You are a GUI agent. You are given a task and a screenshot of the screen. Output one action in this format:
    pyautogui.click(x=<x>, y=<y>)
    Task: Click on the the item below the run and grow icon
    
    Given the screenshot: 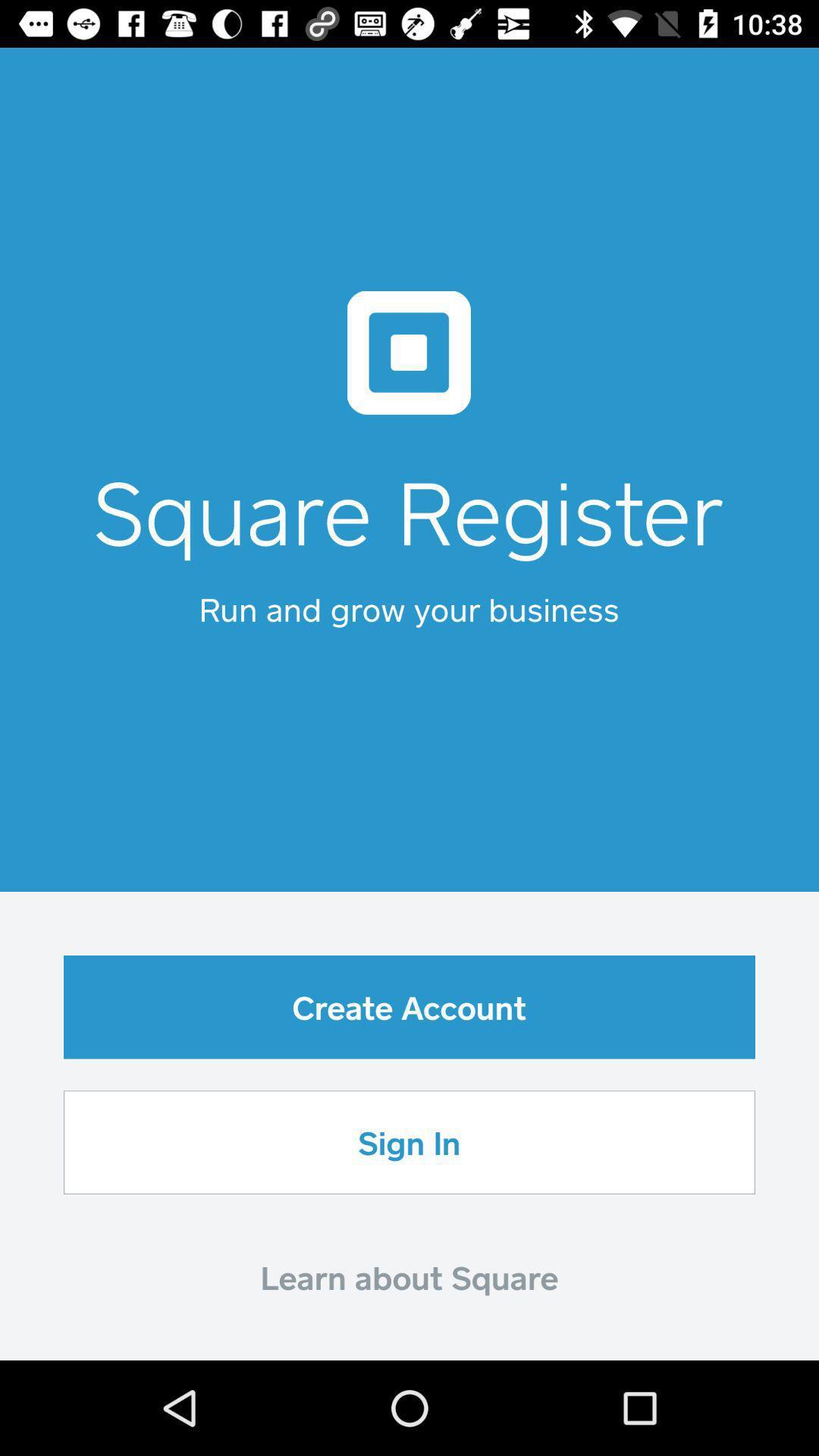 What is the action you would take?
    pyautogui.click(x=409, y=1007)
    